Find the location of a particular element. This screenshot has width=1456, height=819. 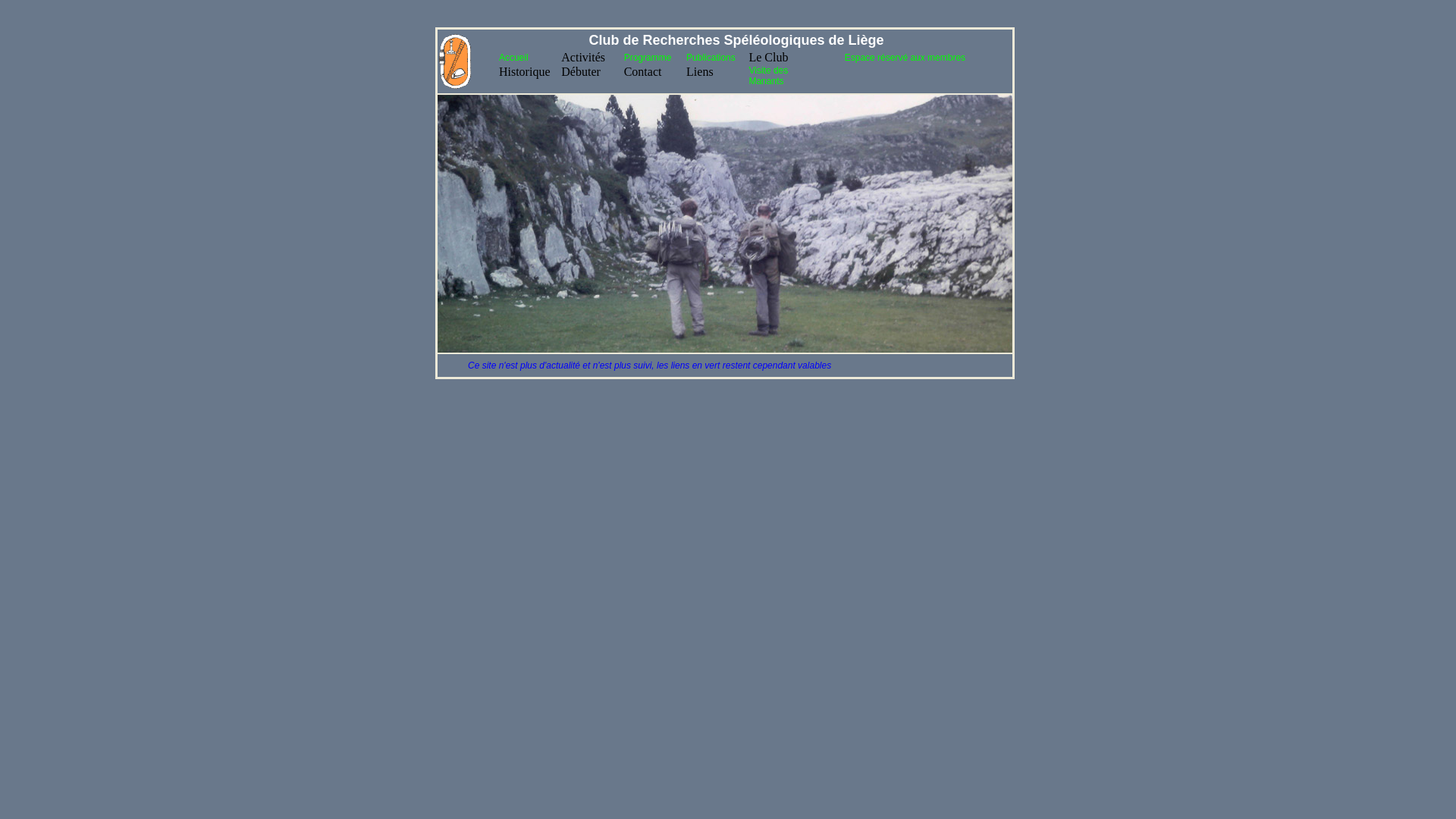

'Visite des is located at coordinates (767, 76).